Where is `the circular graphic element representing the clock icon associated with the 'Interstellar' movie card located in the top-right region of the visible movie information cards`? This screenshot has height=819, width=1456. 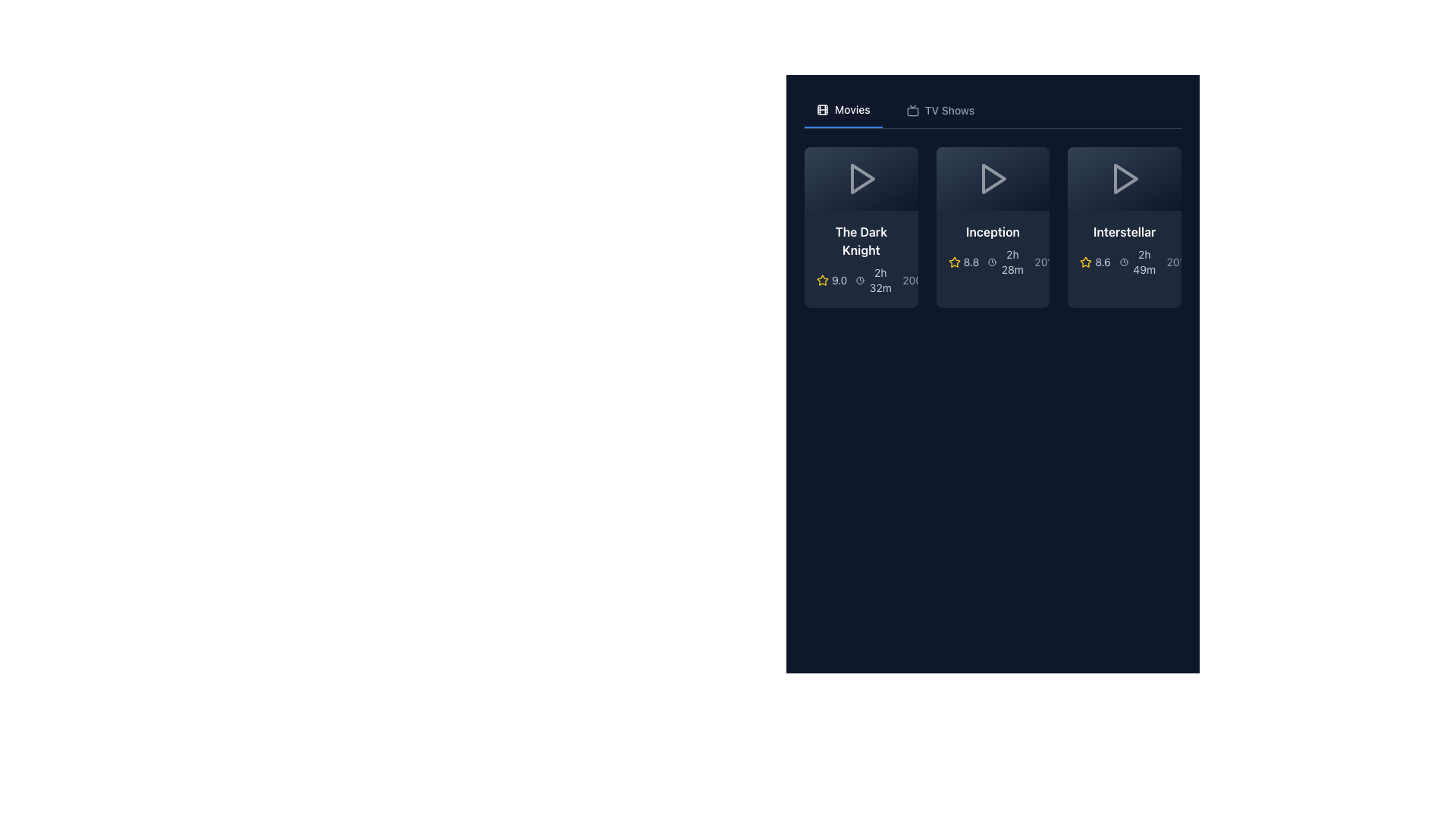
the circular graphic element representing the clock icon associated with the 'Interstellar' movie card located in the top-right region of the visible movie information cards is located at coordinates (1124, 262).